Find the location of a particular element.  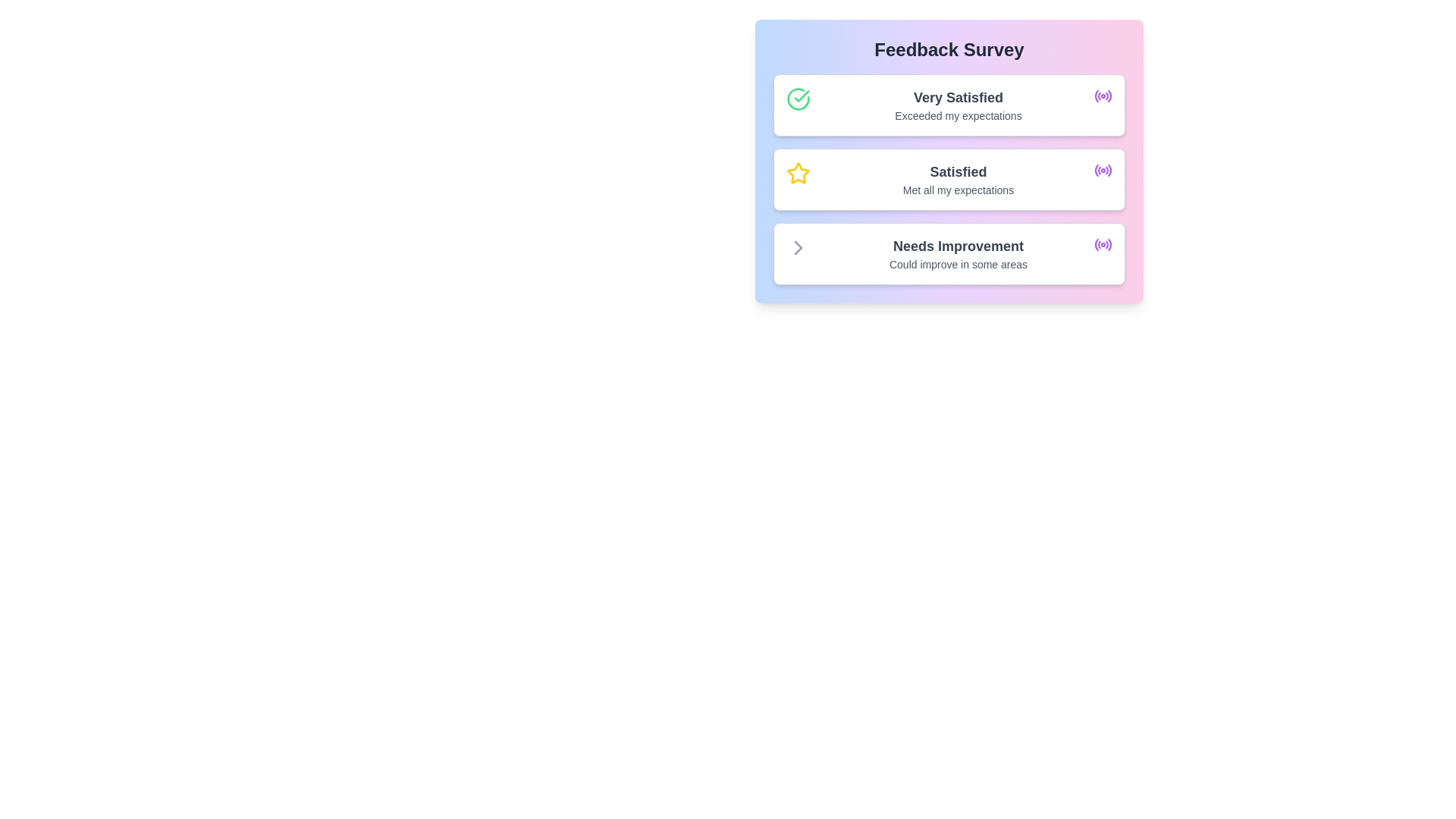

the 'Very Satisfied' option in the feedback selection interface, which is the first item in the list and indicates the sentiment 'Very Satisfied.' is located at coordinates (957, 104).